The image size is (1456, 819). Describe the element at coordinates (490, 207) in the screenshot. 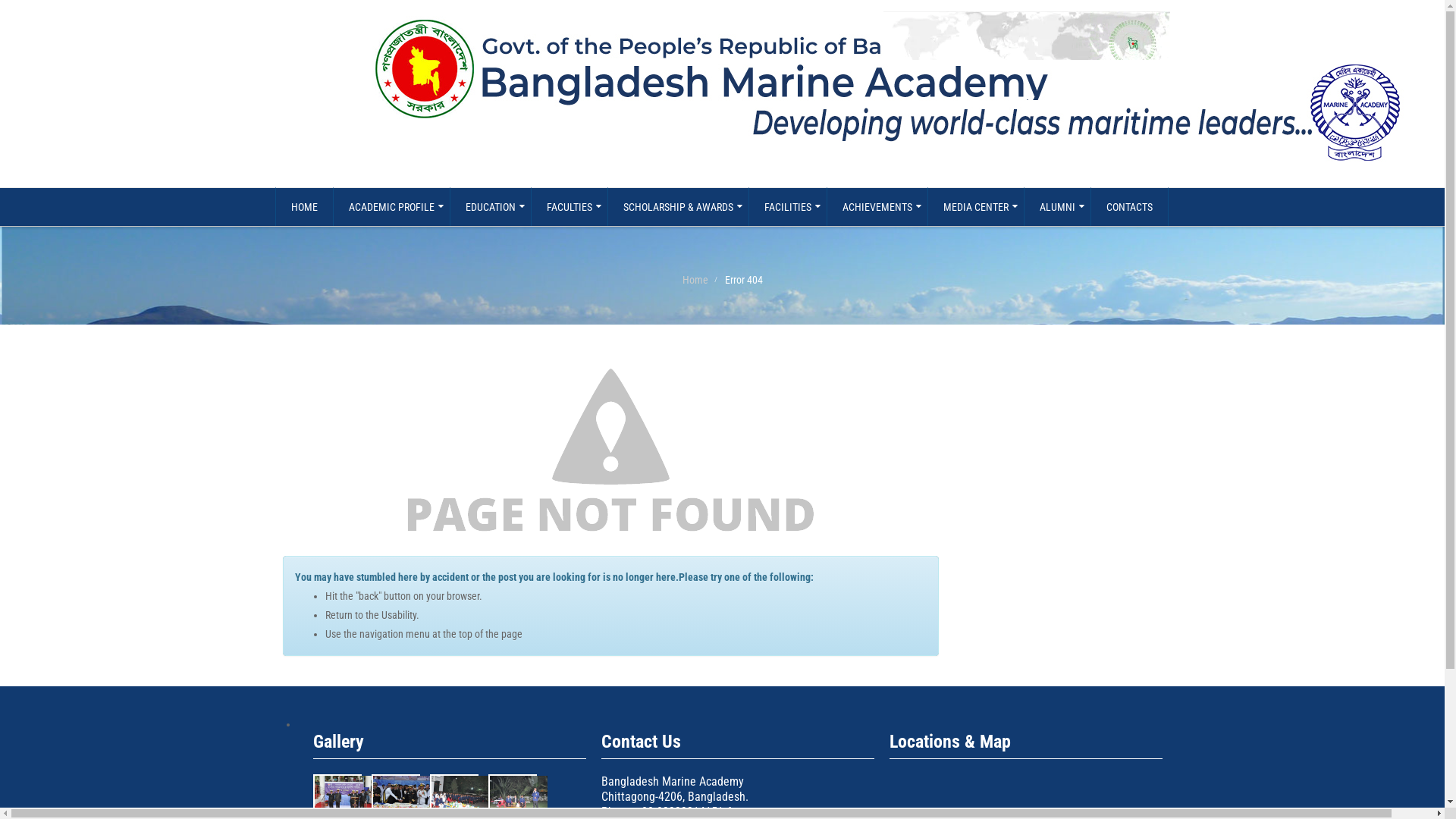

I see `'EDUCATION'` at that location.